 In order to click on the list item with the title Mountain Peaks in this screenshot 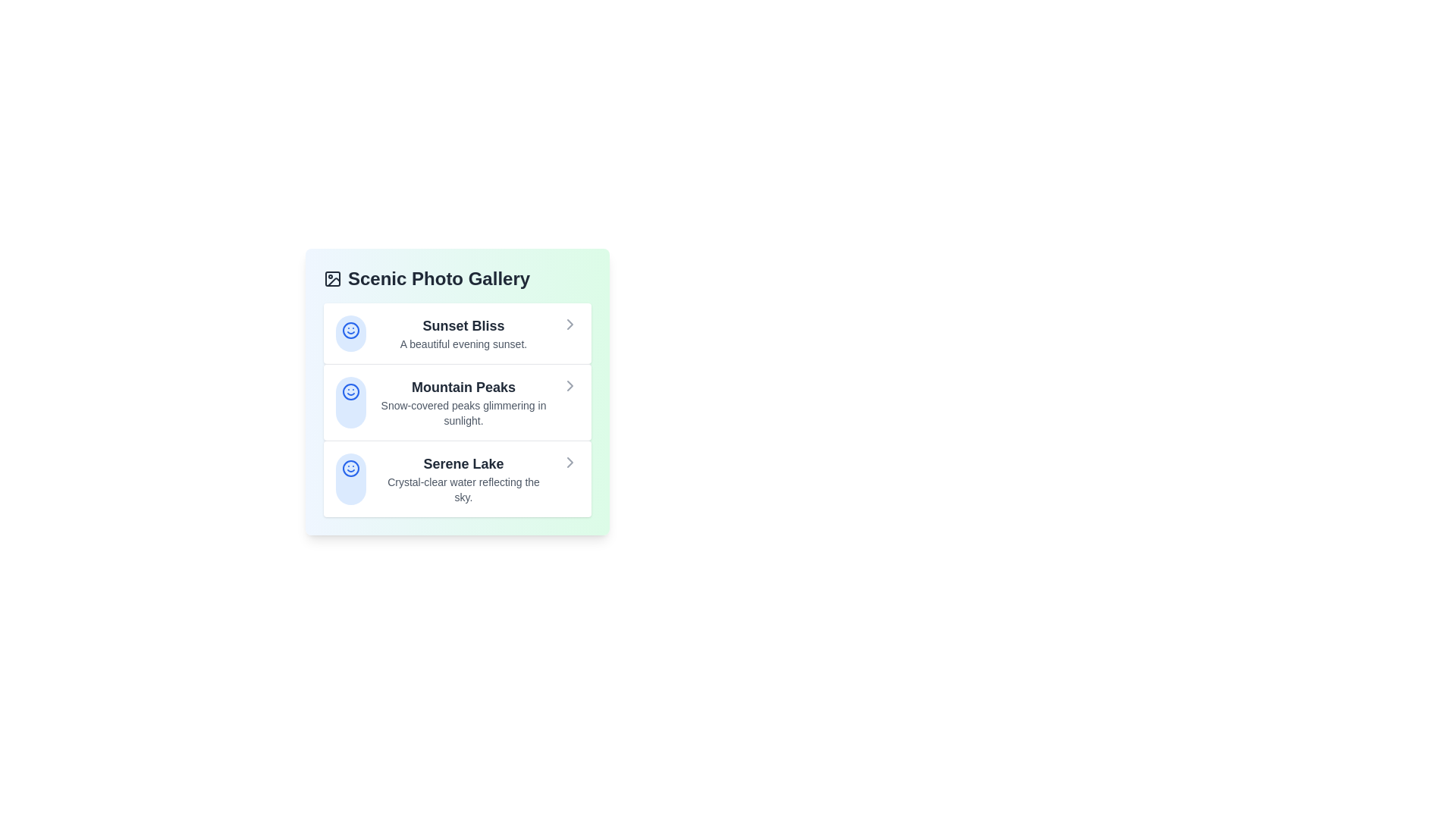, I will do `click(457, 401)`.